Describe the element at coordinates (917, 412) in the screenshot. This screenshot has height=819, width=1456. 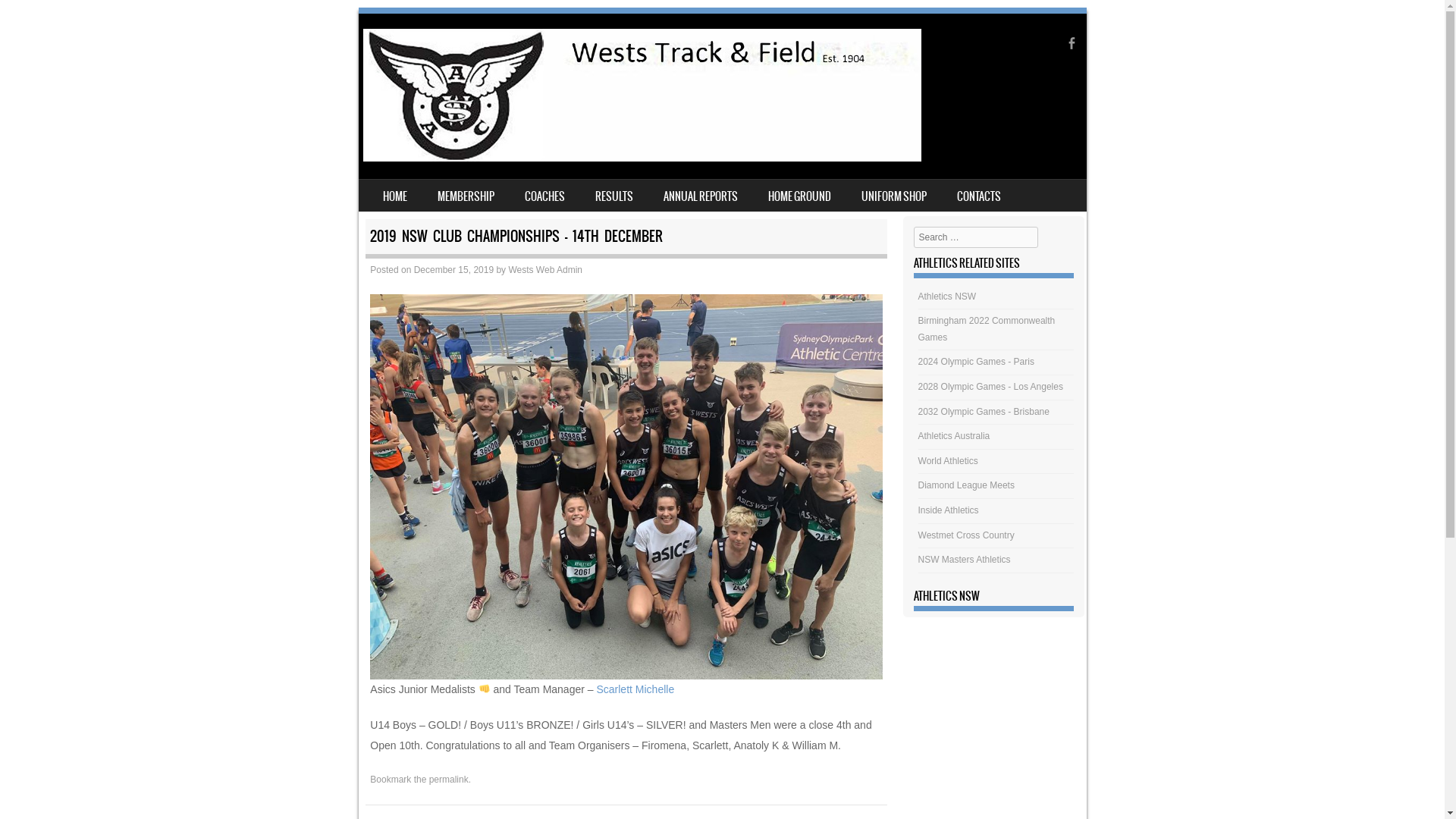
I see `'2032 Olympic Games - Brisbane'` at that location.